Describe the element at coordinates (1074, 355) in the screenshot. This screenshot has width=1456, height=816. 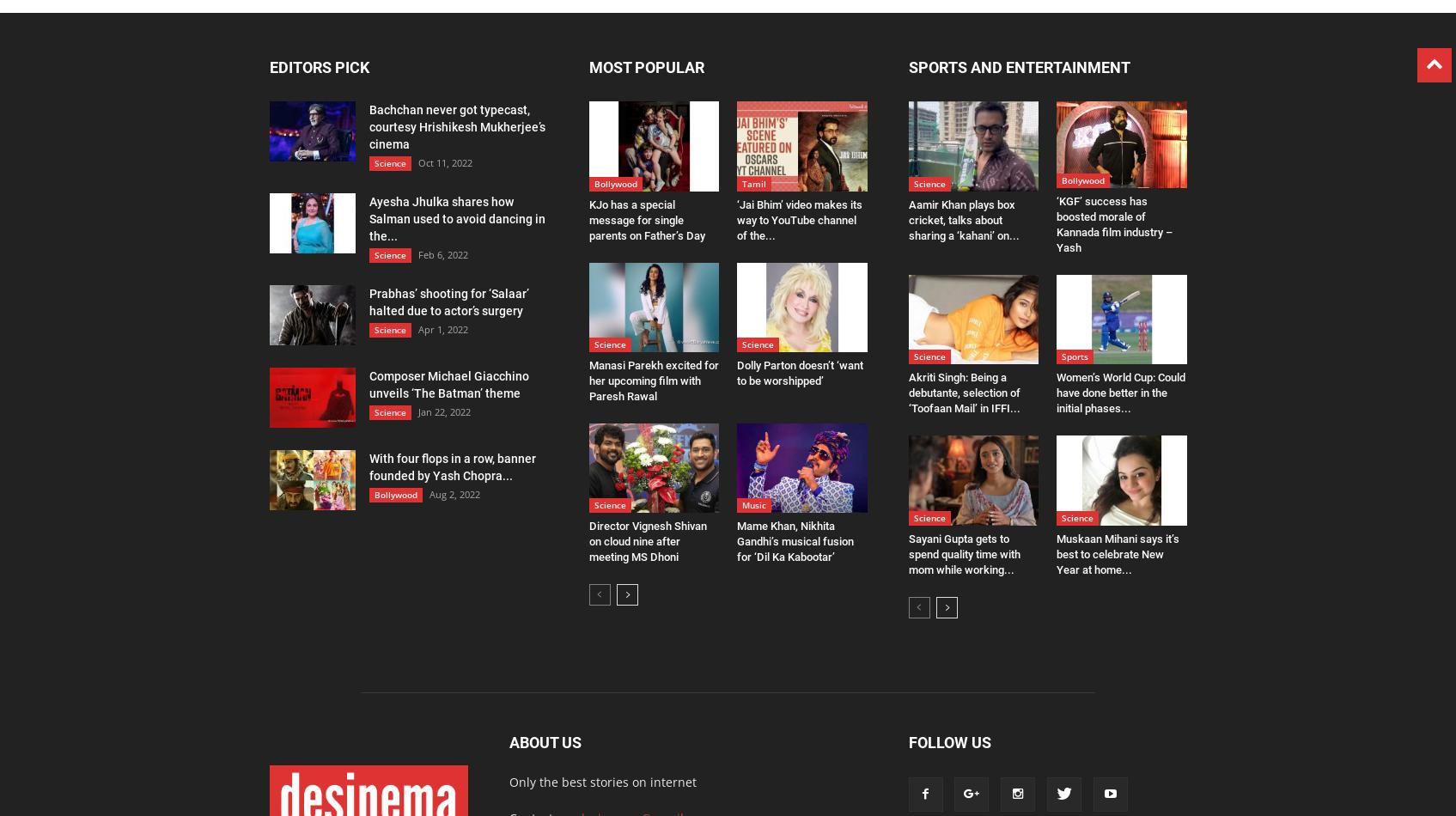
I see `'Sports'` at that location.